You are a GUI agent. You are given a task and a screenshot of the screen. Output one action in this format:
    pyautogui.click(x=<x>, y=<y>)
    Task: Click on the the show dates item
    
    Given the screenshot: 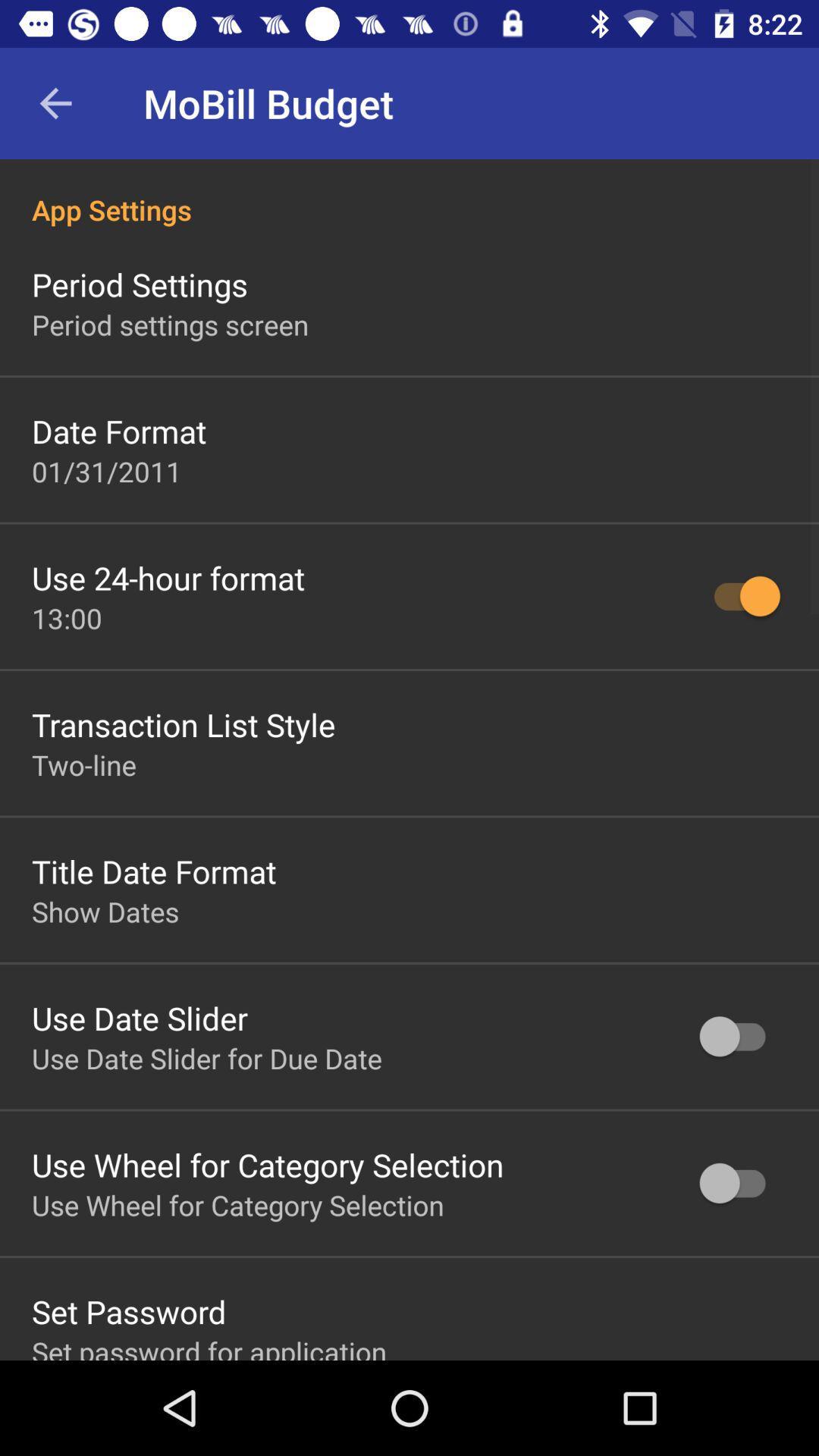 What is the action you would take?
    pyautogui.click(x=105, y=911)
    